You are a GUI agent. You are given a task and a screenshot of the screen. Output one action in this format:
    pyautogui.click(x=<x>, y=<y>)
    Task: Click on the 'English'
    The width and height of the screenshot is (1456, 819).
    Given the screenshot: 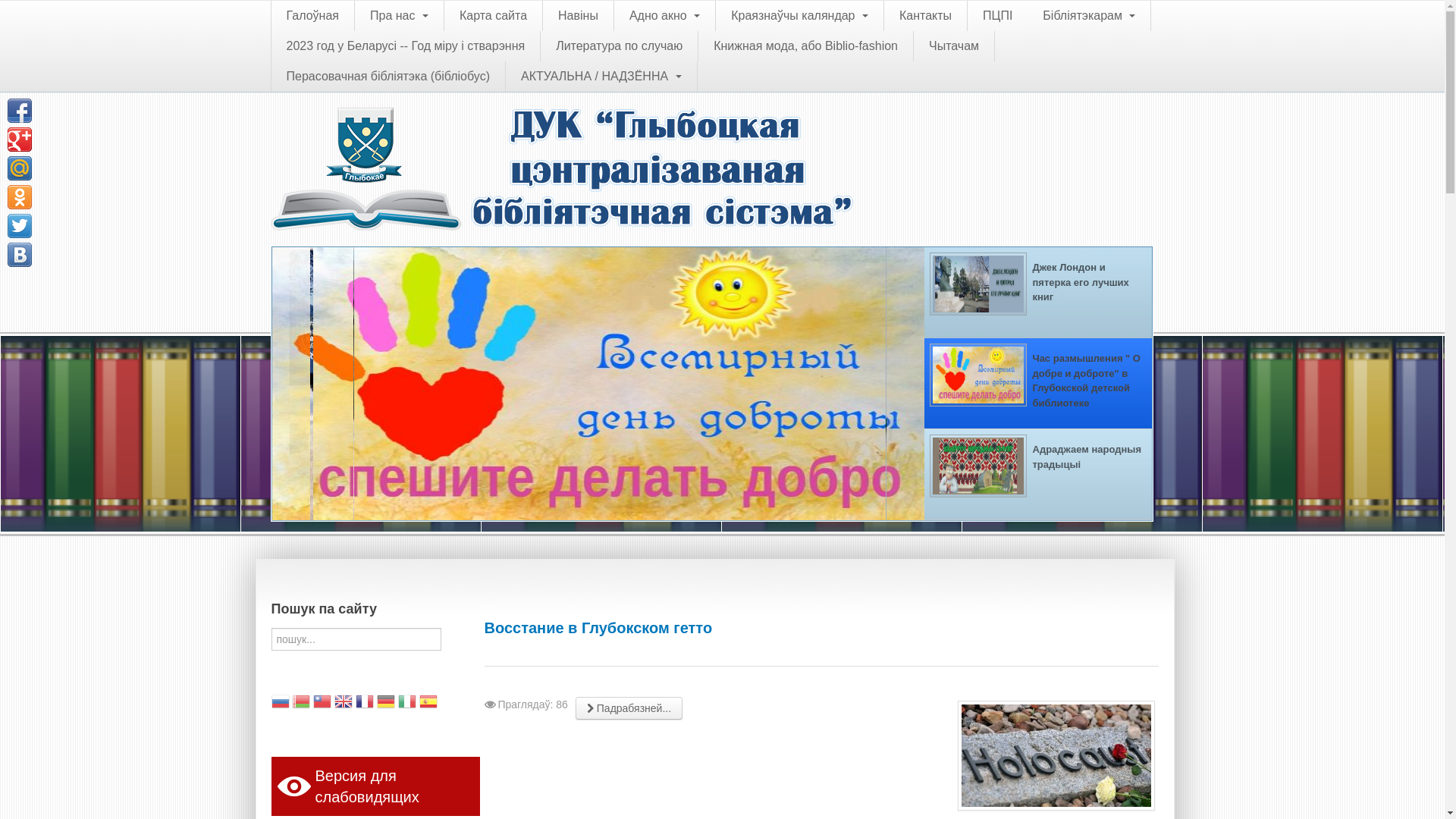 What is the action you would take?
    pyautogui.click(x=342, y=703)
    